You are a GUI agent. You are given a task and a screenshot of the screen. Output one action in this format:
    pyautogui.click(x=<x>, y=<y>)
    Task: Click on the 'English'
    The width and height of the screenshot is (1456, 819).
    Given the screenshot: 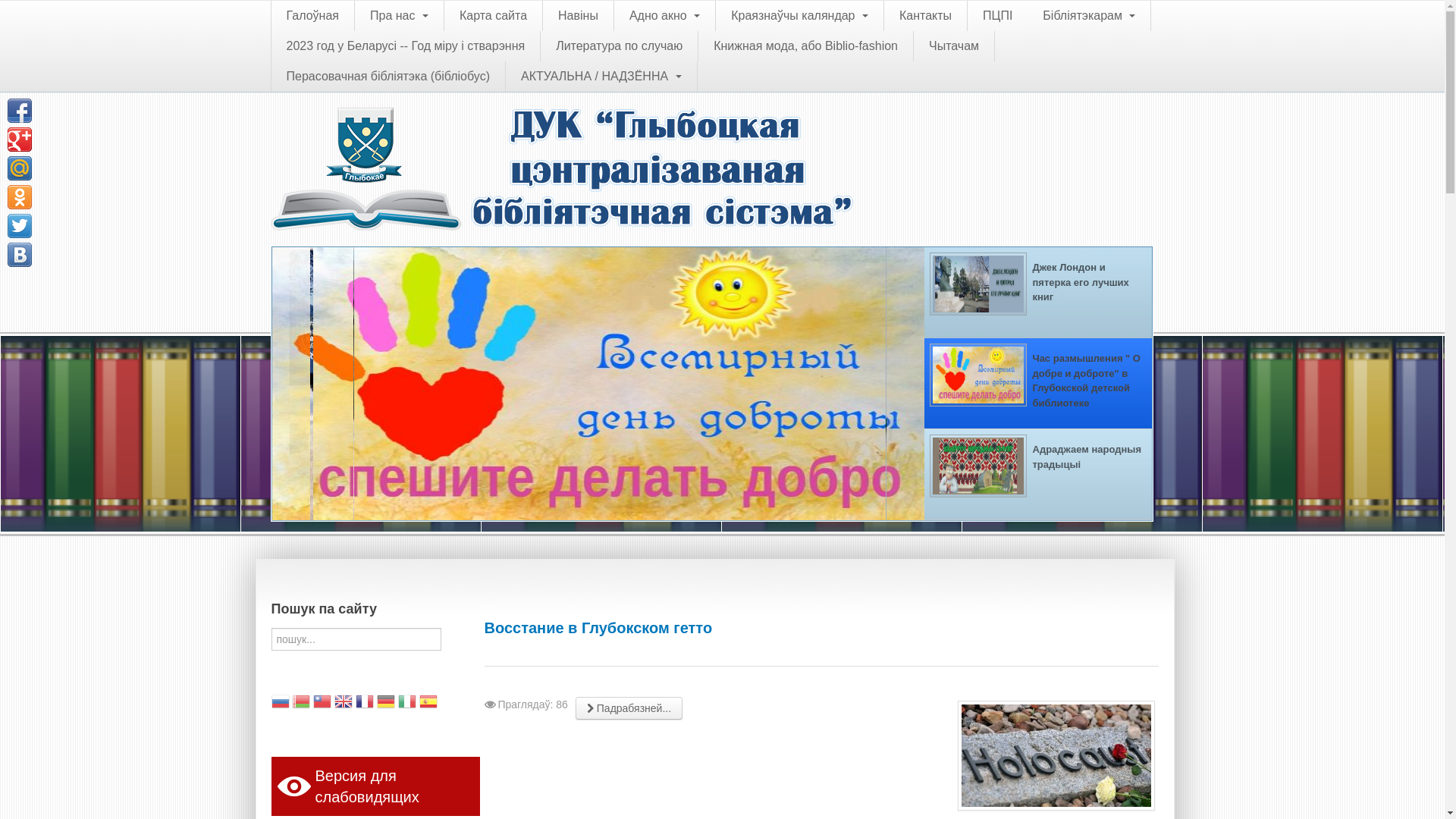 What is the action you would take?
    pyautogui.click(x=342, y=703)
    